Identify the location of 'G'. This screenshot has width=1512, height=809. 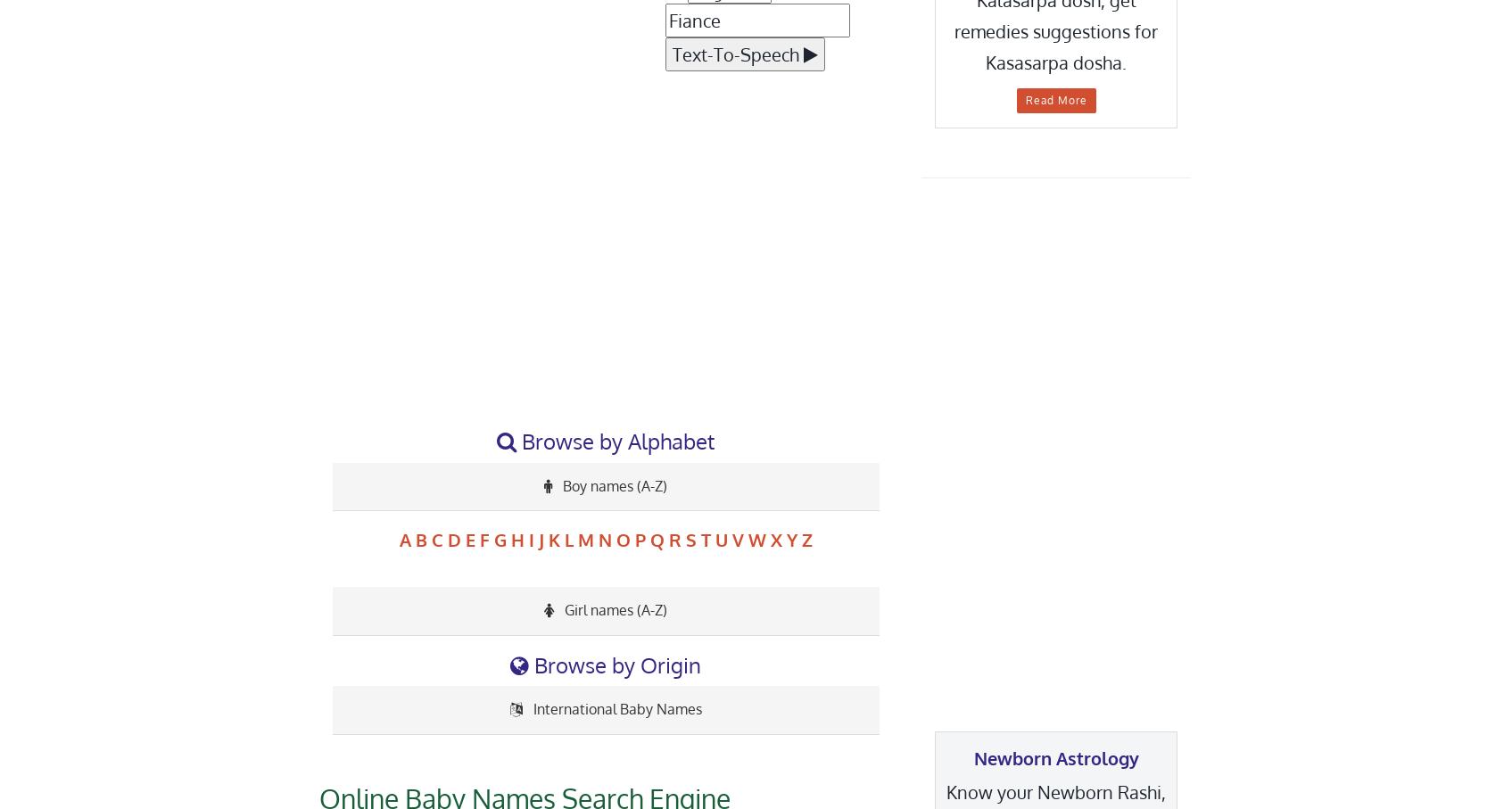
(500, 538).